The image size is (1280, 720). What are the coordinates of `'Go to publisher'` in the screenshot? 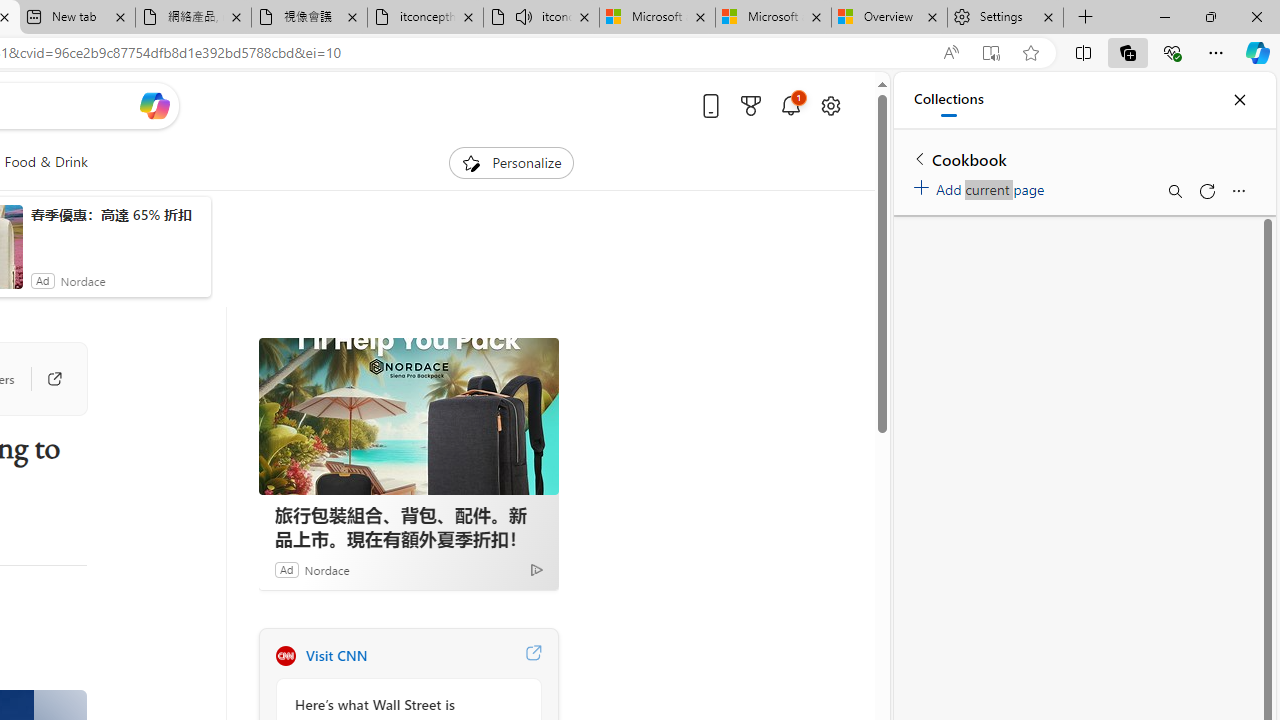 It's located at (44, 379).